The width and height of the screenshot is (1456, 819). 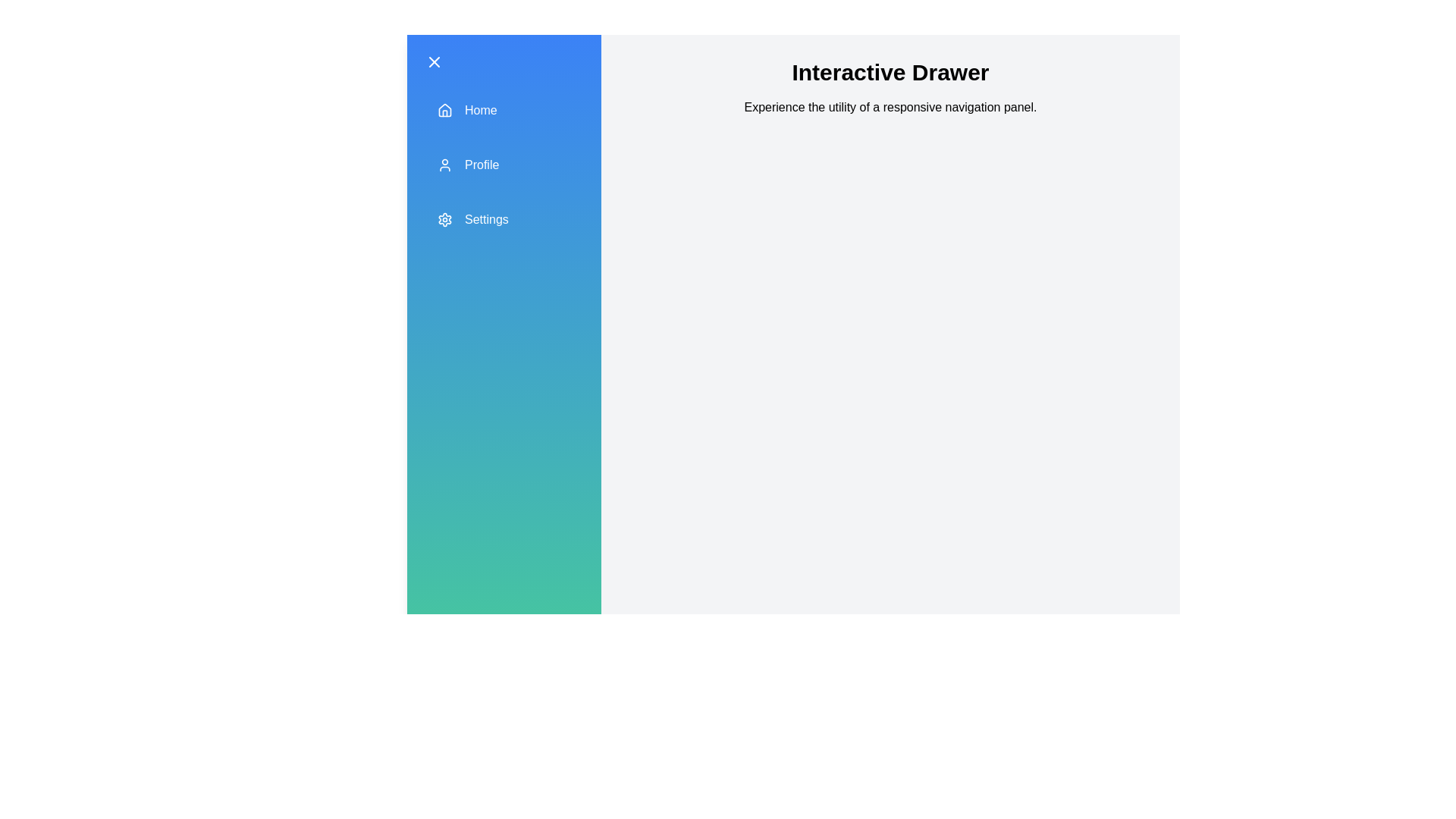 I want to click on the button with the X icon to toggle the drawer visibility, so click(x=433, y=61).